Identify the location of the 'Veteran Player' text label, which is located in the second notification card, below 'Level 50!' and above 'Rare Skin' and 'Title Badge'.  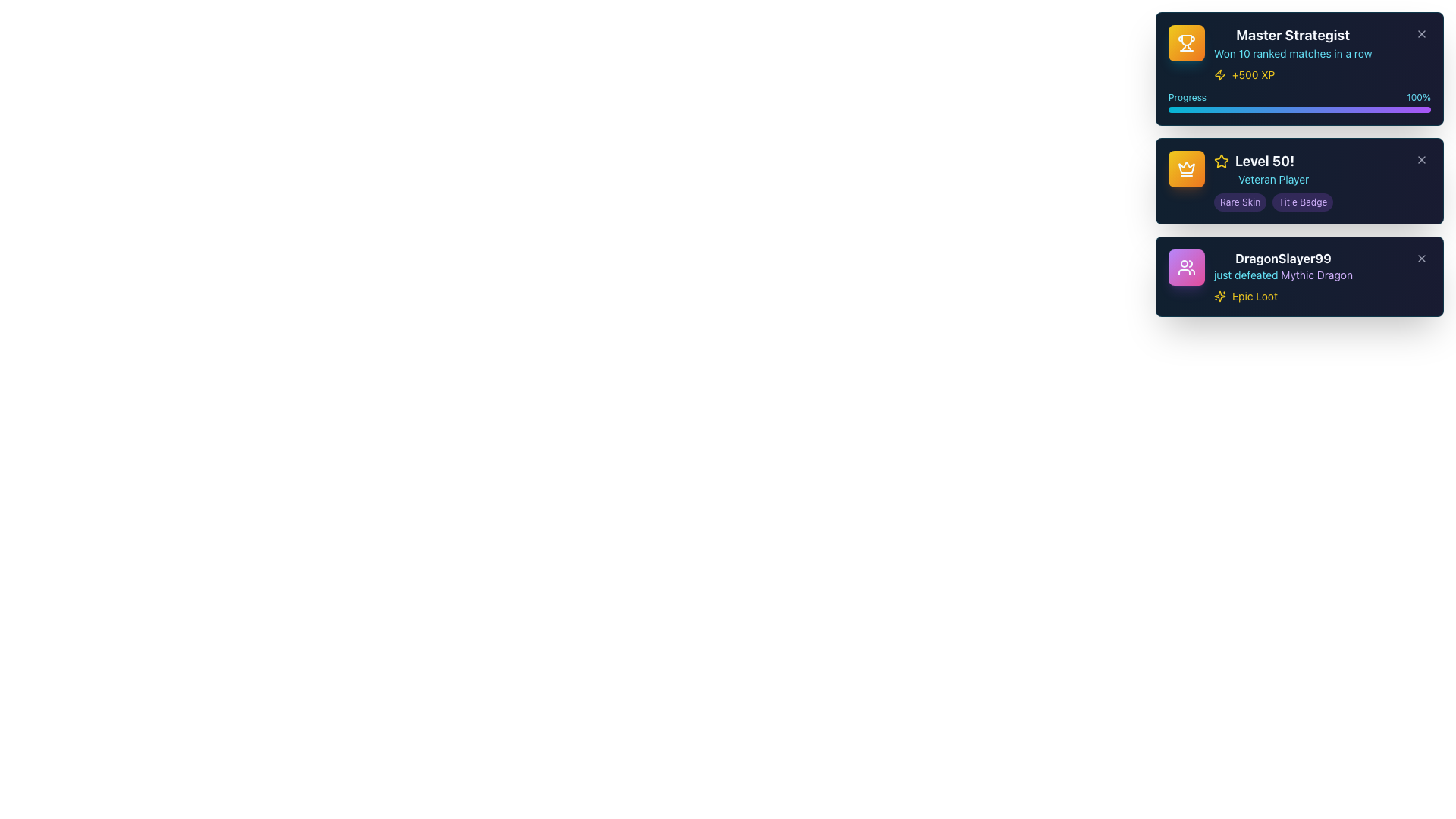
(1273, 178).